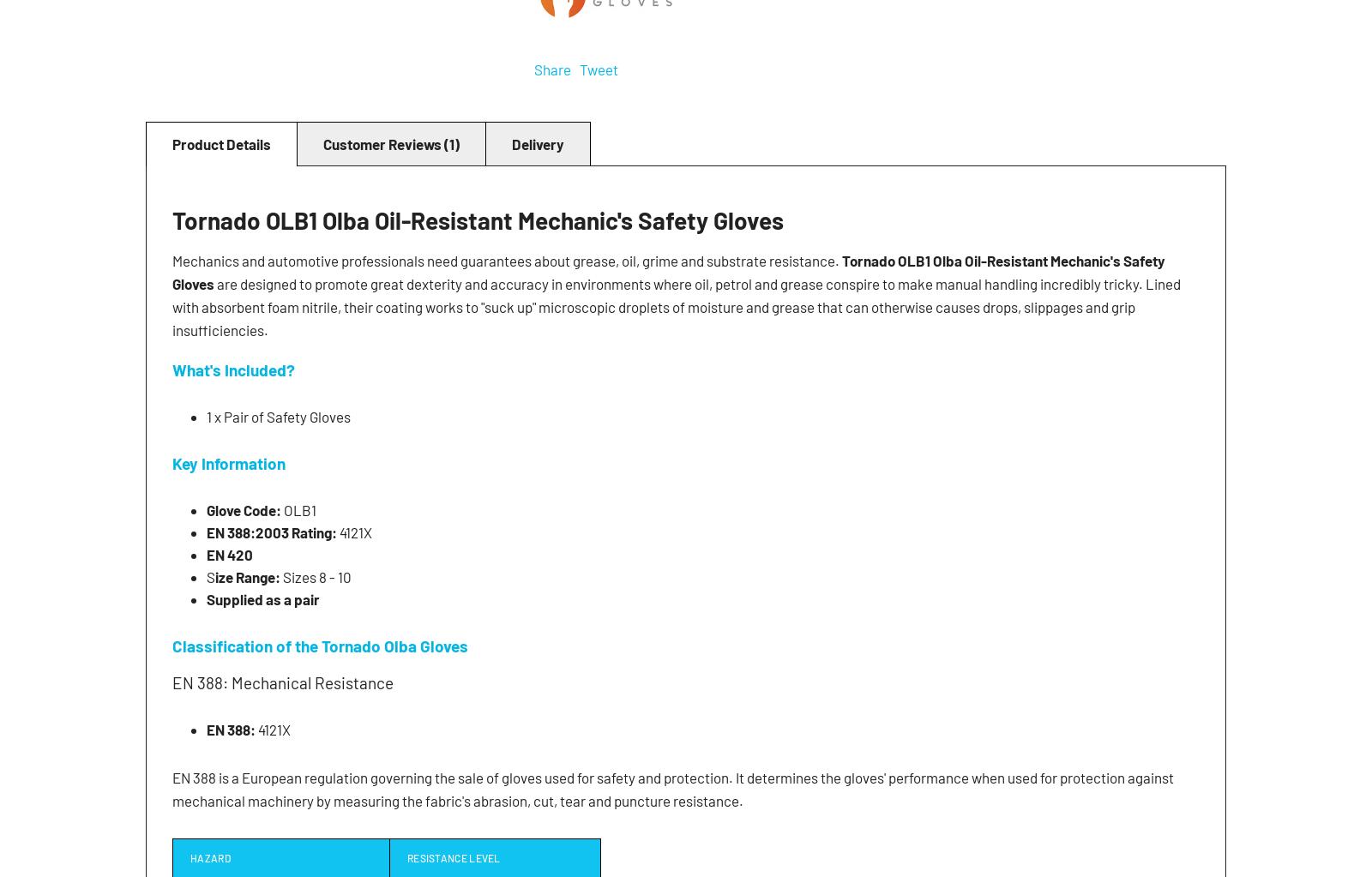  Describe the element at coordinates (271, 531) in the screenshot. I see `'EN 388:2003 Rating:'` at that location.